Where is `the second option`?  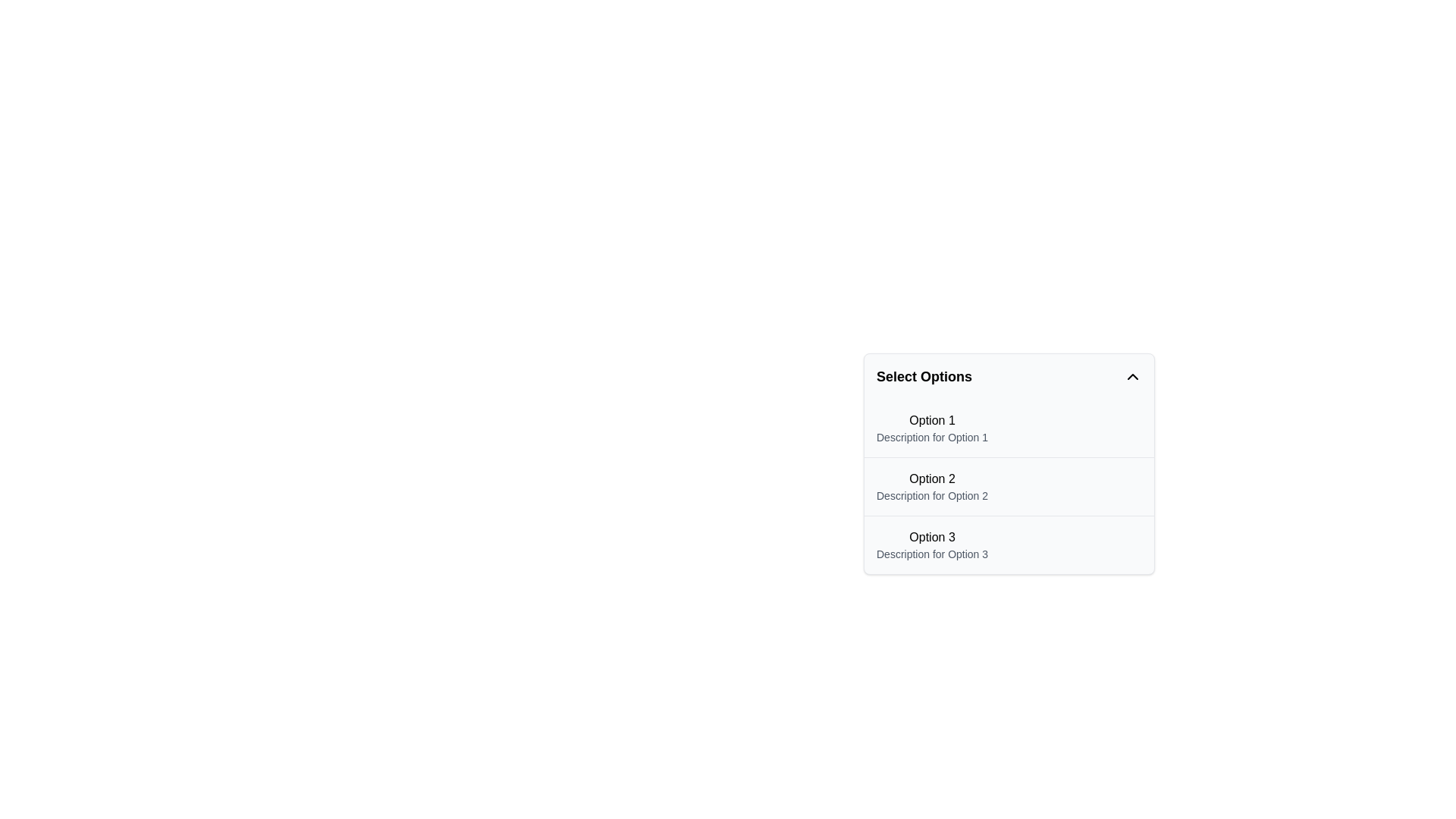
the second option is located at coordinates (1009, 486).